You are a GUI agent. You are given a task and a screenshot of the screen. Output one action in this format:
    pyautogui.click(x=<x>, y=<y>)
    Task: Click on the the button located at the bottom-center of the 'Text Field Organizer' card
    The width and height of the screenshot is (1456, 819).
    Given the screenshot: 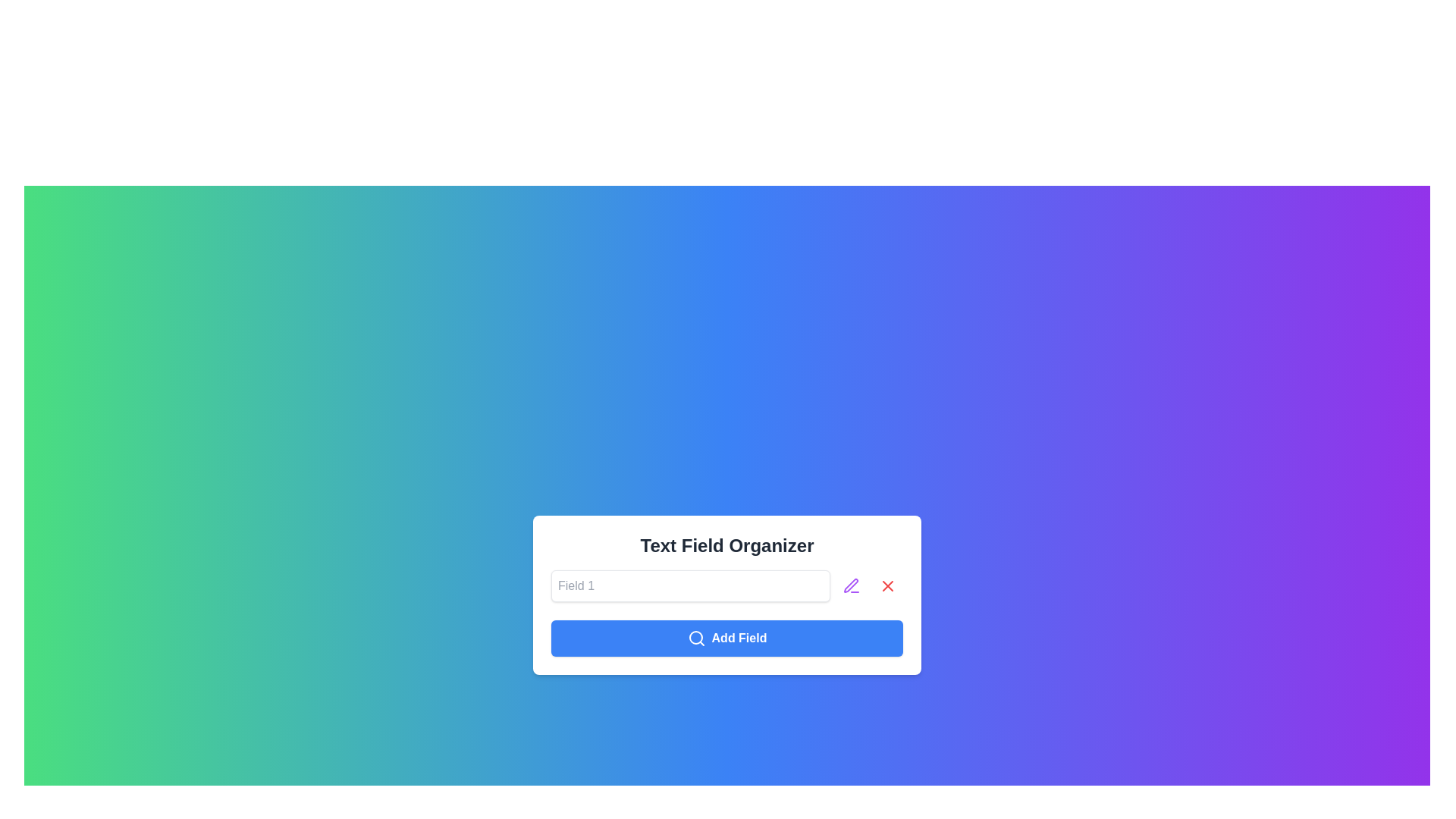 What is the action you would take?
    pyautogui.click(x=726, y=638)
    